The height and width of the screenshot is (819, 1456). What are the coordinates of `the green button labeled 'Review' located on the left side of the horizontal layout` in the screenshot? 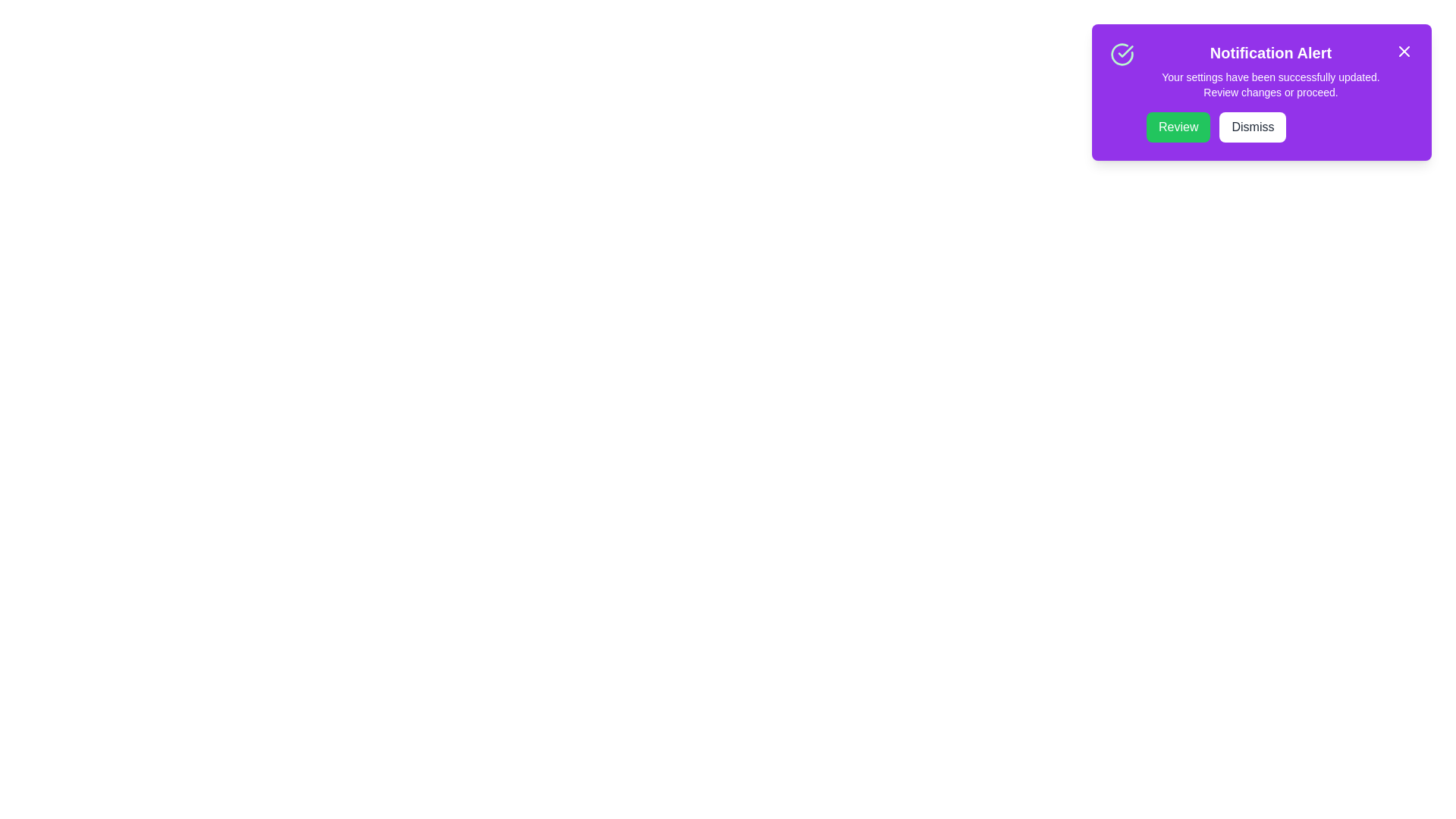 It's located at (1178, 127).